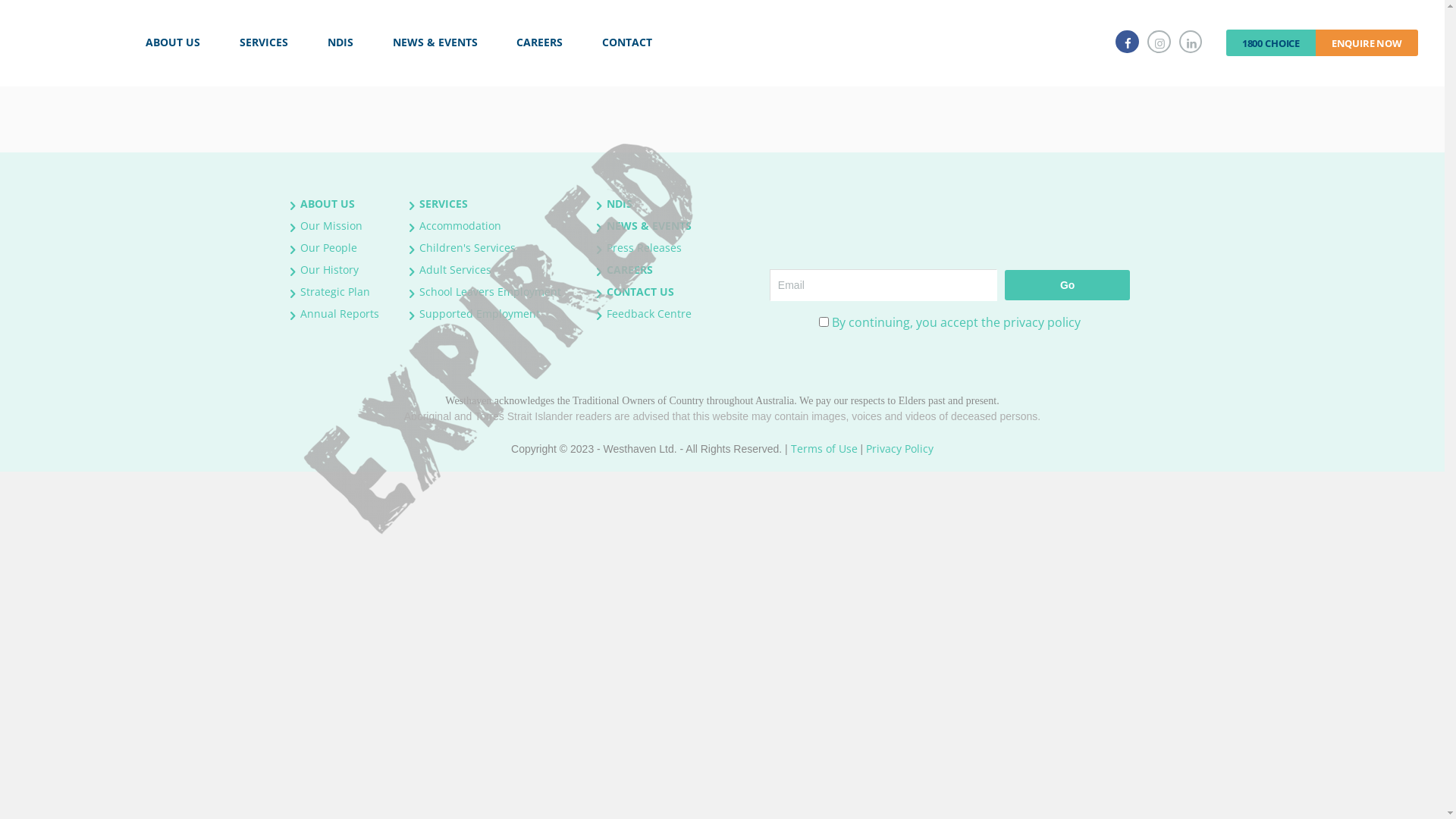 The width and height of the screenshot is (1456, 819). Describe the element at coordinates (327, 202) in the screenshot. I see `'ABOUT US'` at that location.